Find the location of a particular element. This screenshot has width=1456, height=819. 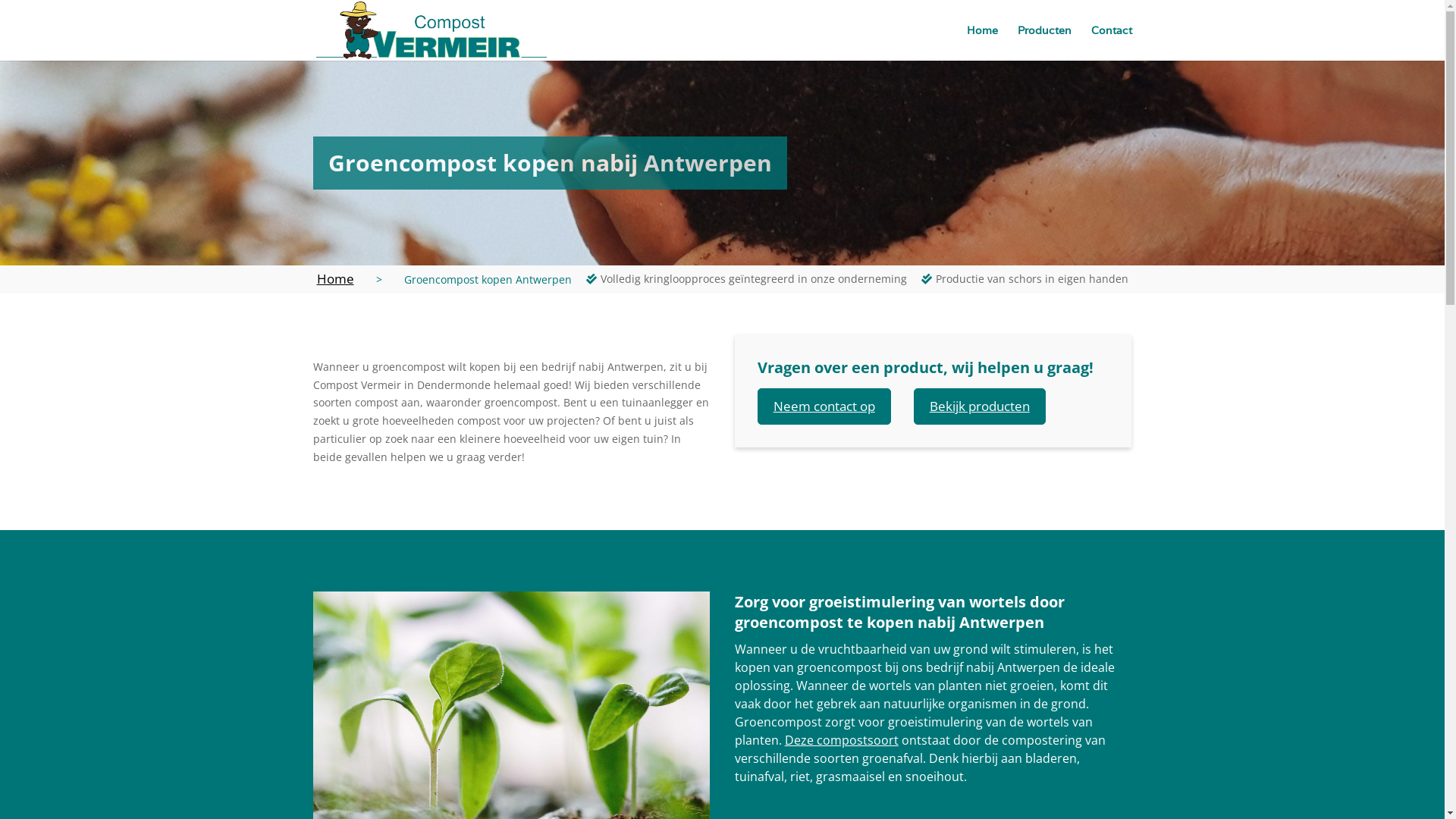

'Contact' is located at coordinates (1110, 30).